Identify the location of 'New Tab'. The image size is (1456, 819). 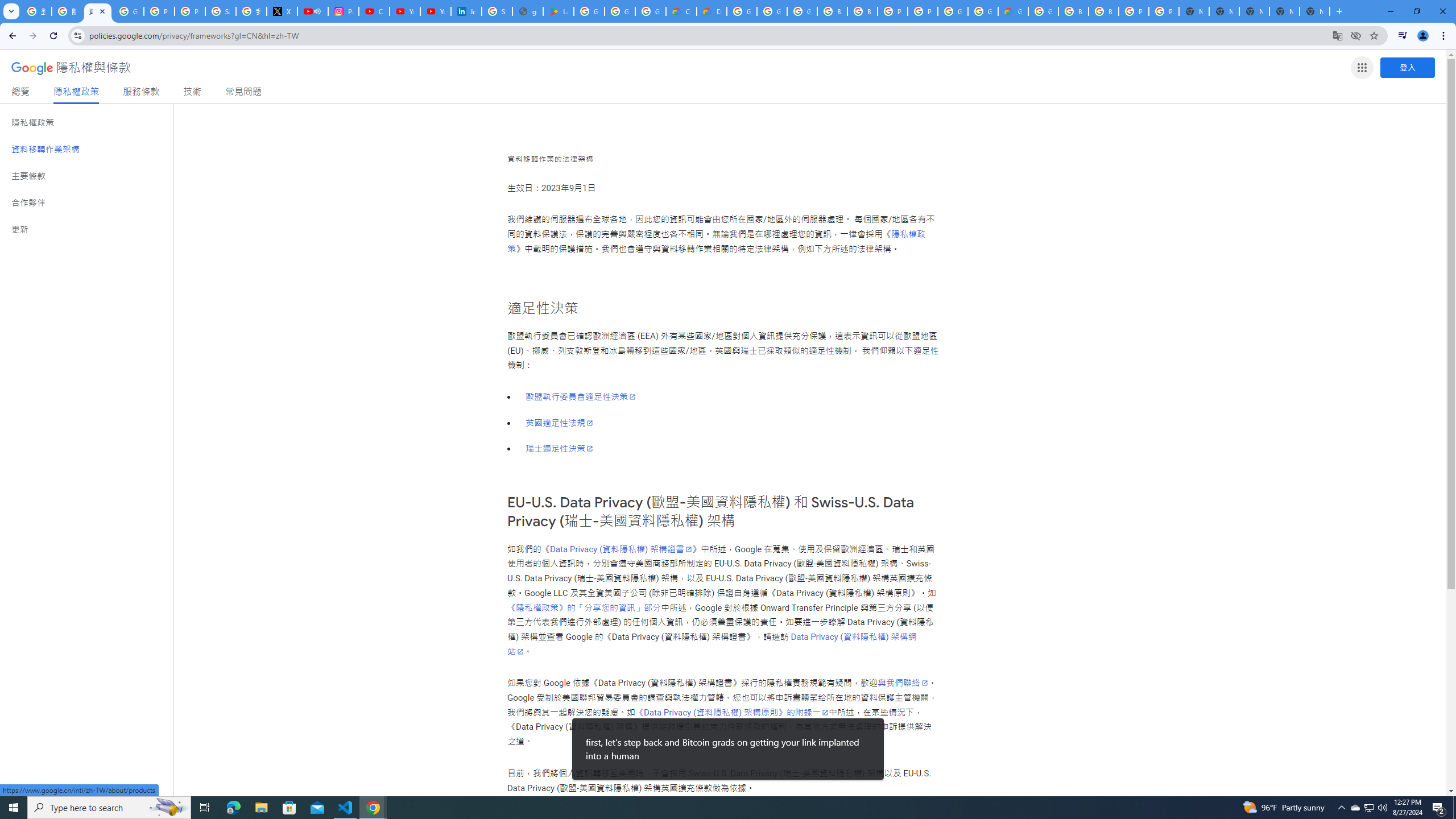
(1314, 11).